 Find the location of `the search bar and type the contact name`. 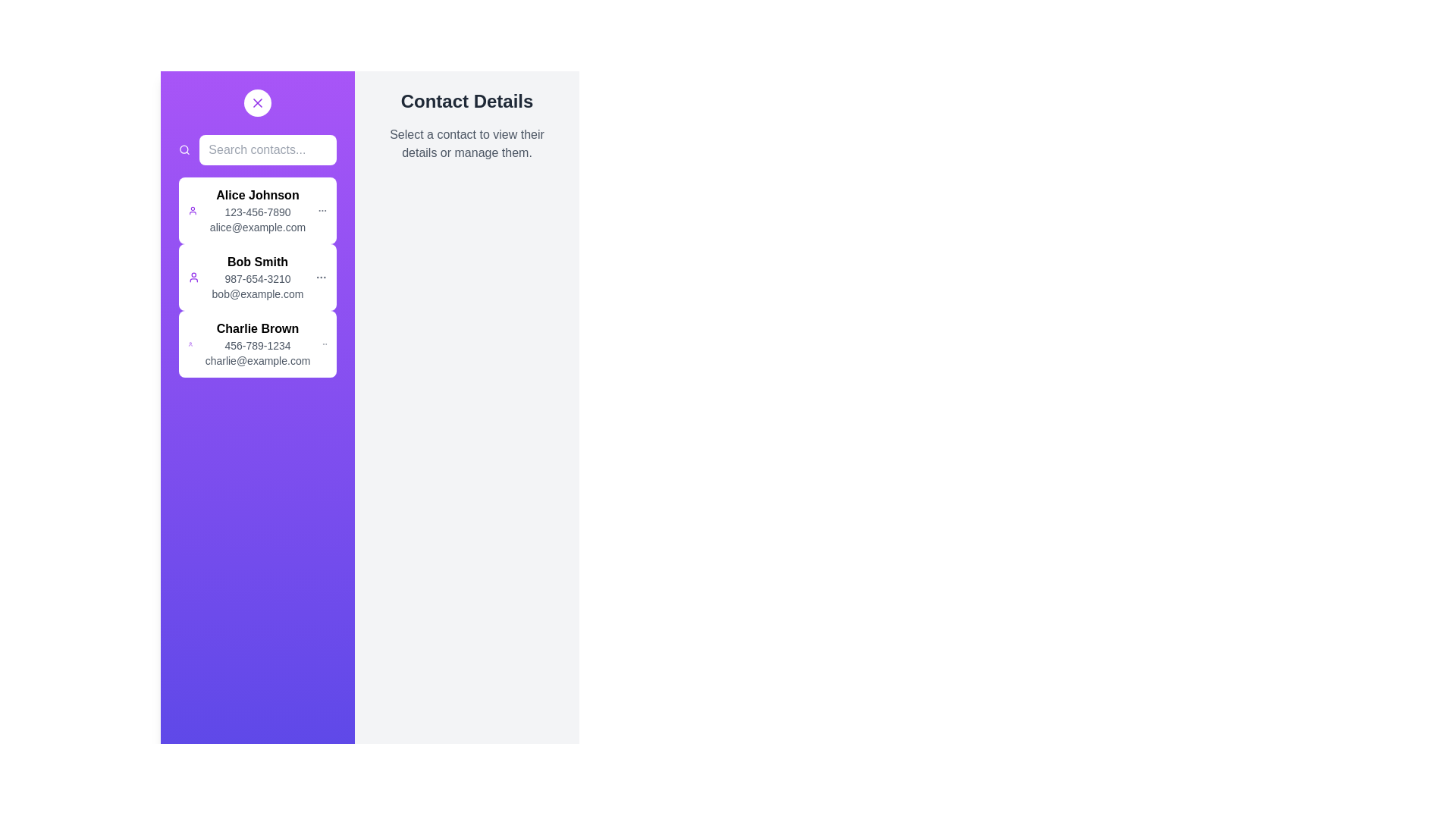

the search bar and type the contact name is located at coordinates (268, 149).